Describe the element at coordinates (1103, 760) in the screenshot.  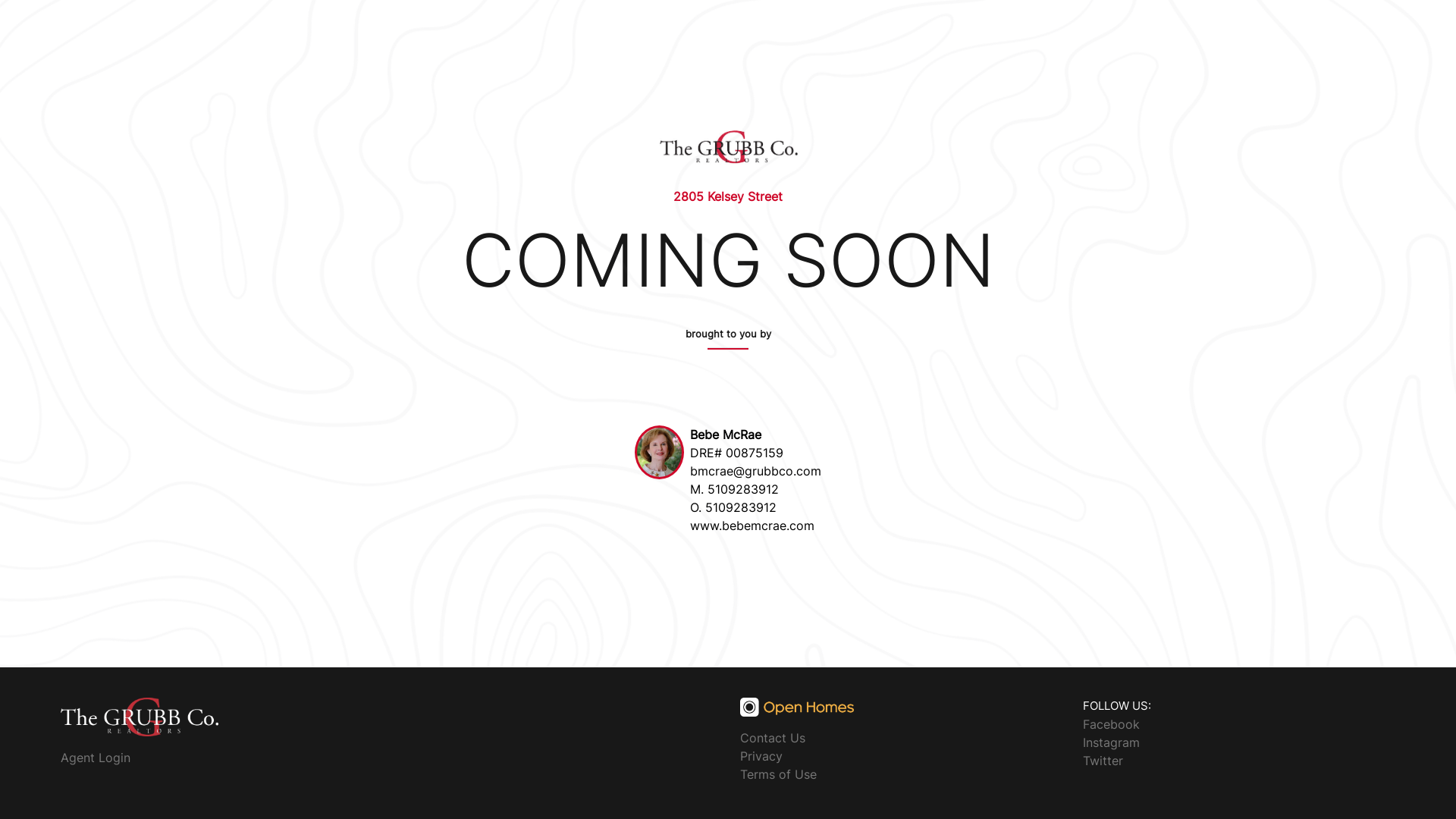
I see `'Twitter'` at that location.